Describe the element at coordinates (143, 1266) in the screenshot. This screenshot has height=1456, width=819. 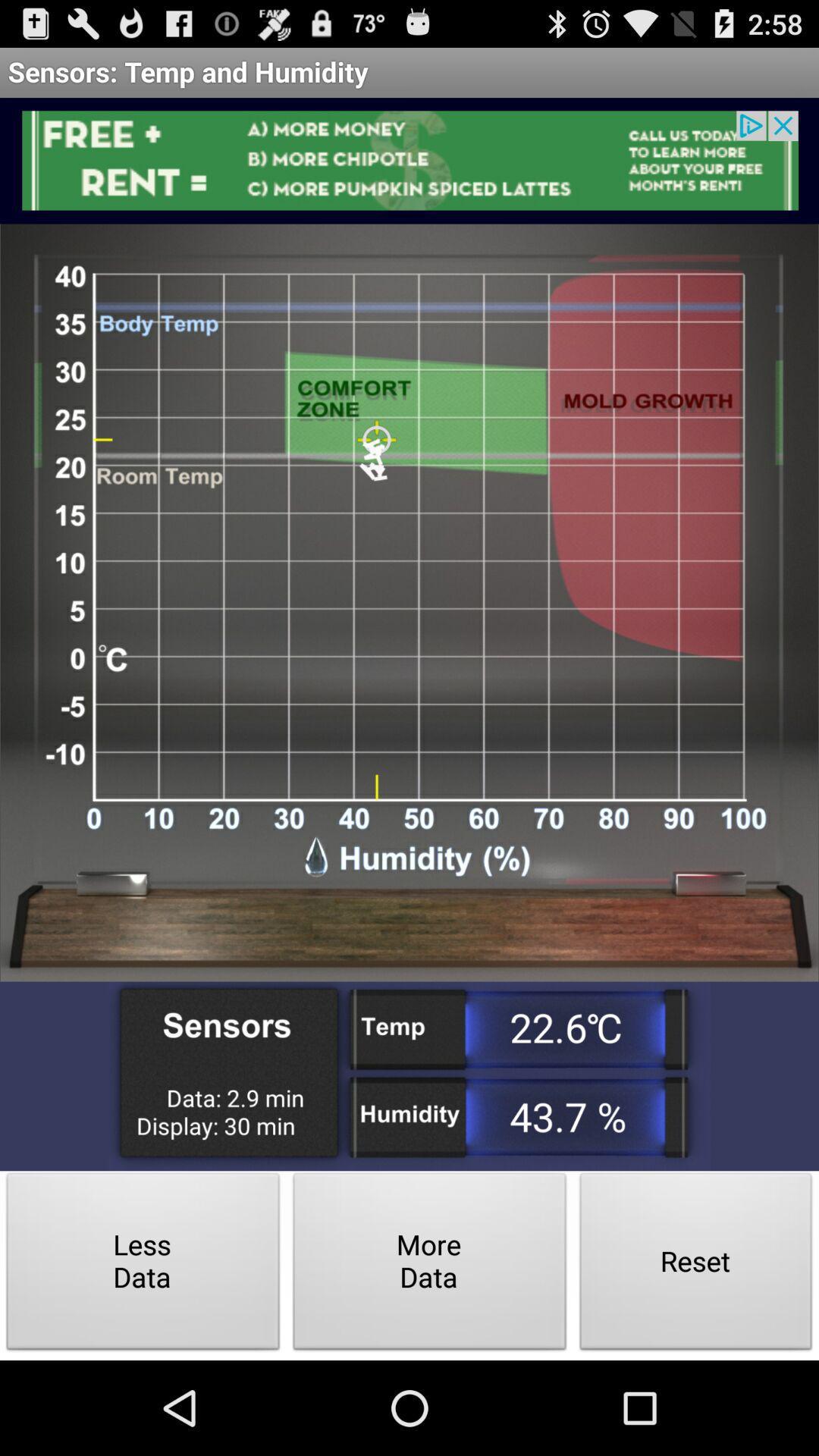
I see `icon next to more` at that location.